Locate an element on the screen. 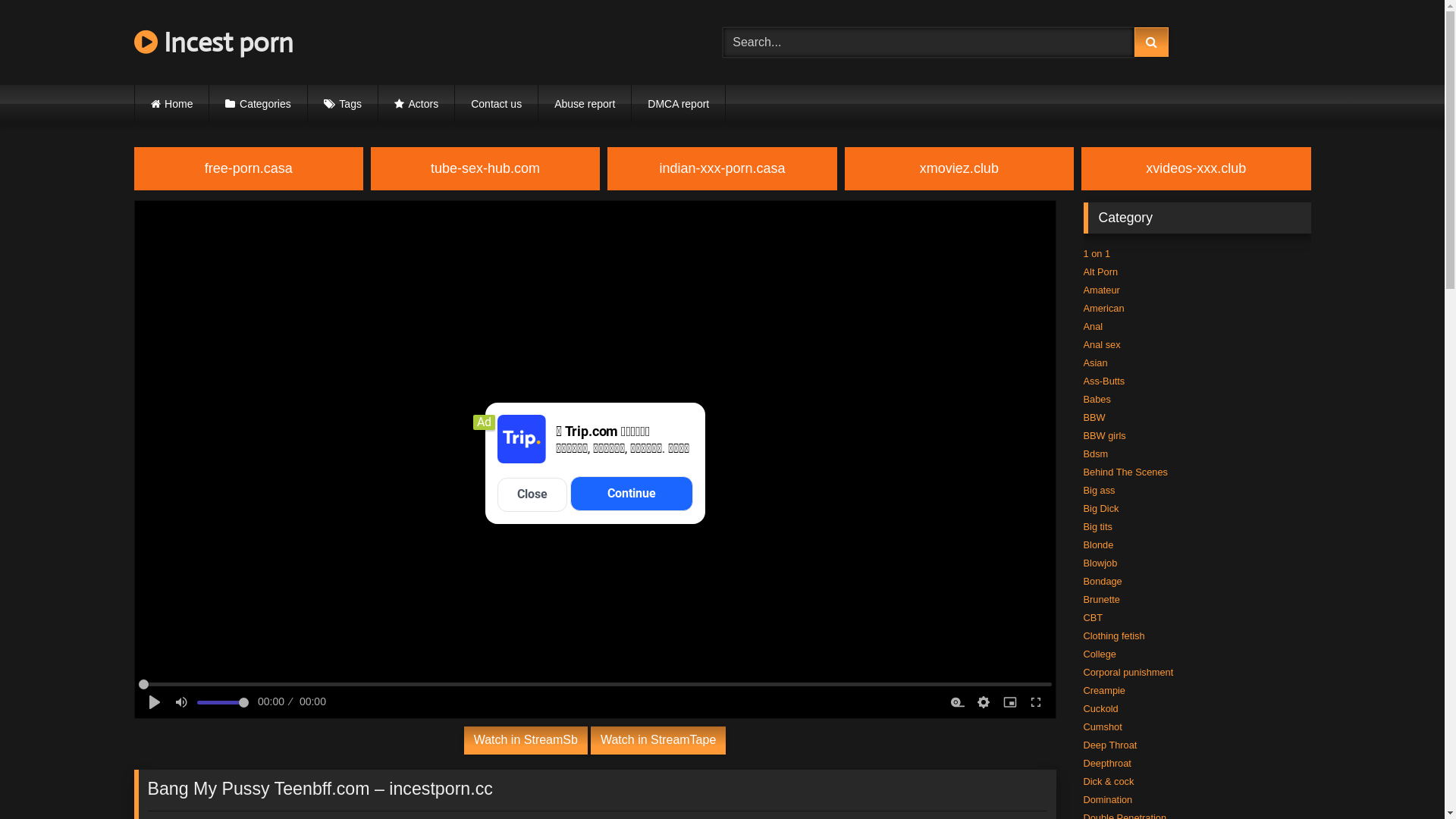  'Creampie' is located at coordinates (1103, 690).